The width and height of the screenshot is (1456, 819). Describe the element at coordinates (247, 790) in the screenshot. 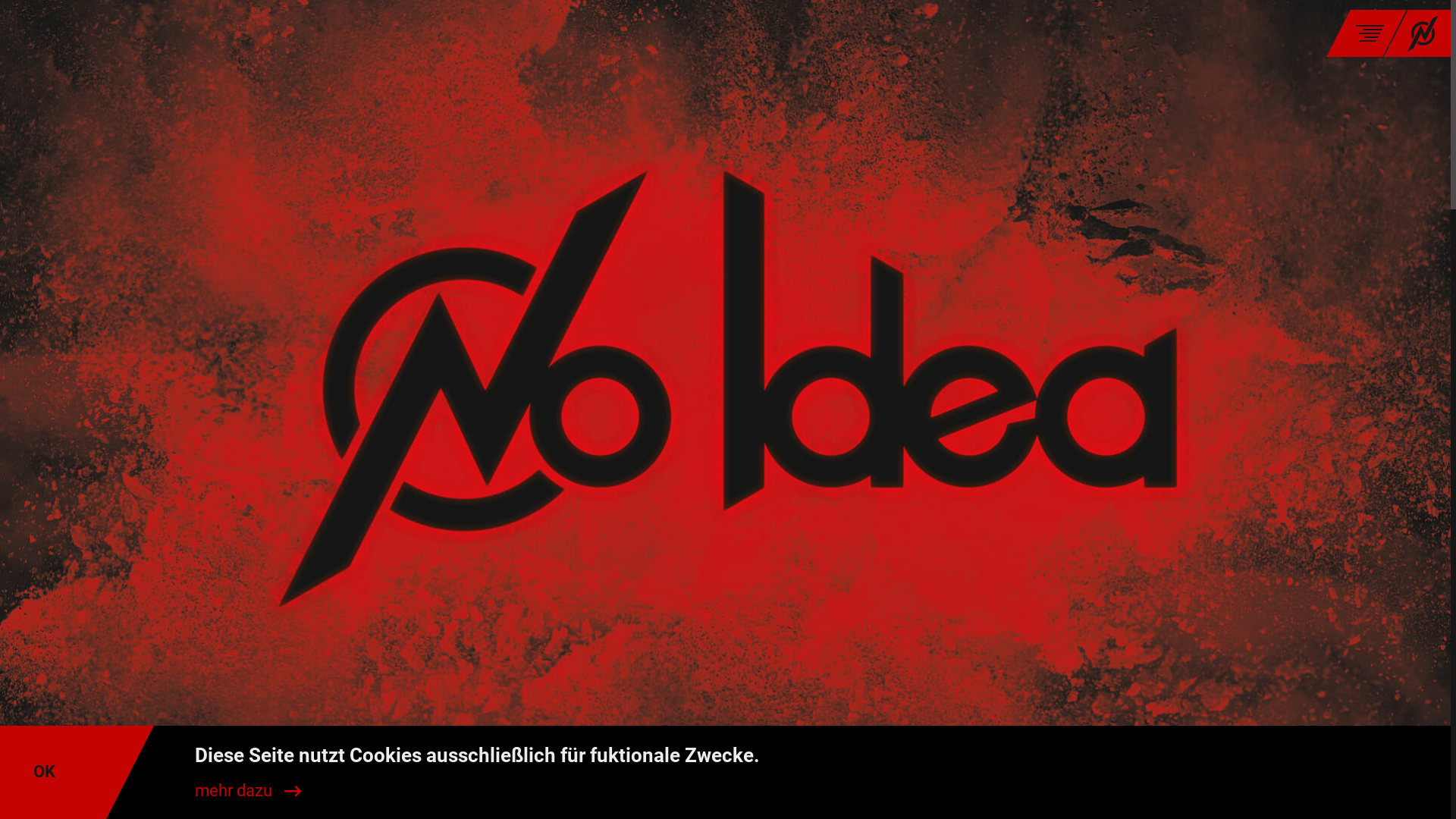

I see `'mehr dazu'` at that location.